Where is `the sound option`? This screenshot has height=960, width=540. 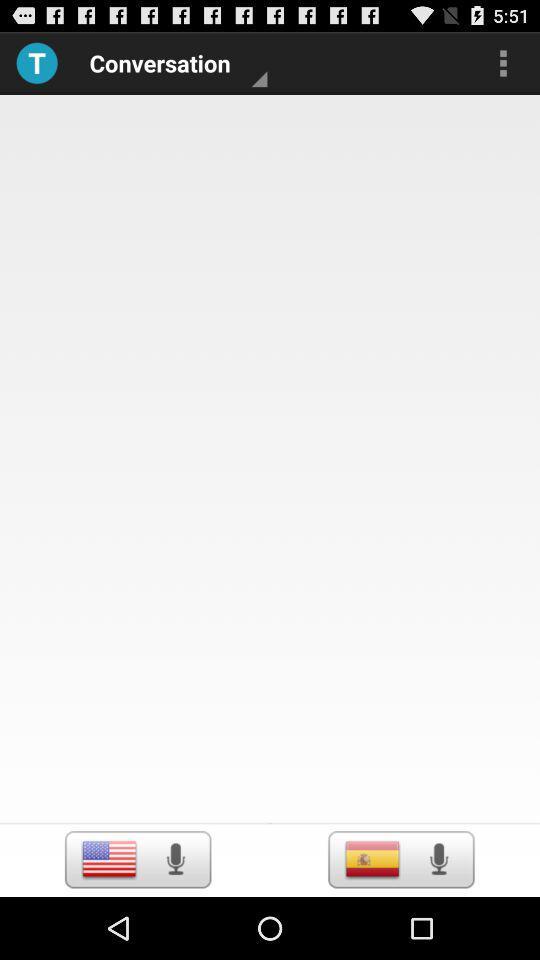
the sound option is located at coordinates (437, 858).